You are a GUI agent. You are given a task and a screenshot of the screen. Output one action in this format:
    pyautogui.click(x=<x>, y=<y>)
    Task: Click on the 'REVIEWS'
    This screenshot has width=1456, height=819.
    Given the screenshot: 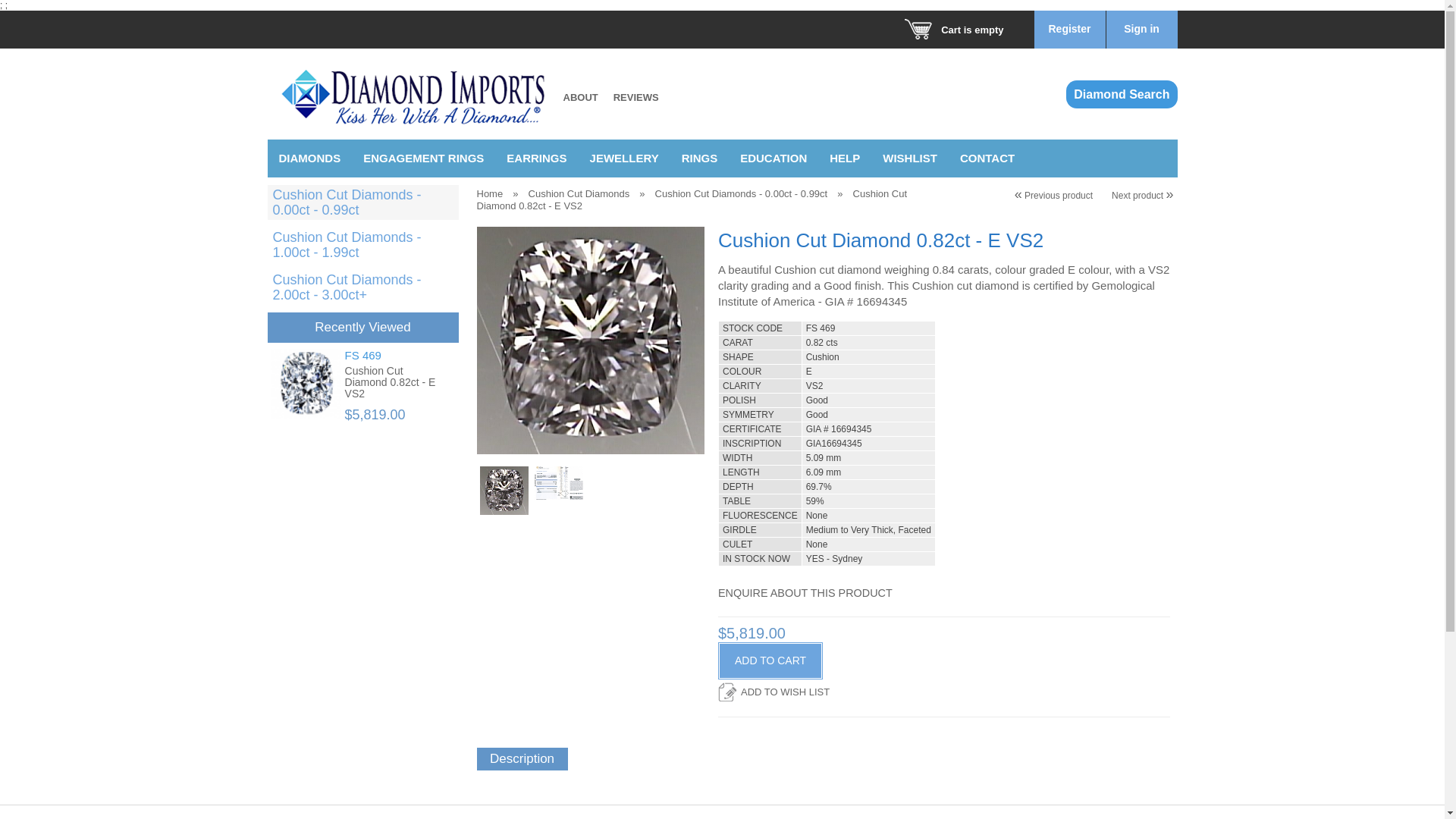 What is the action you would take?
    pyautogui.click(x=636, y=99)
    